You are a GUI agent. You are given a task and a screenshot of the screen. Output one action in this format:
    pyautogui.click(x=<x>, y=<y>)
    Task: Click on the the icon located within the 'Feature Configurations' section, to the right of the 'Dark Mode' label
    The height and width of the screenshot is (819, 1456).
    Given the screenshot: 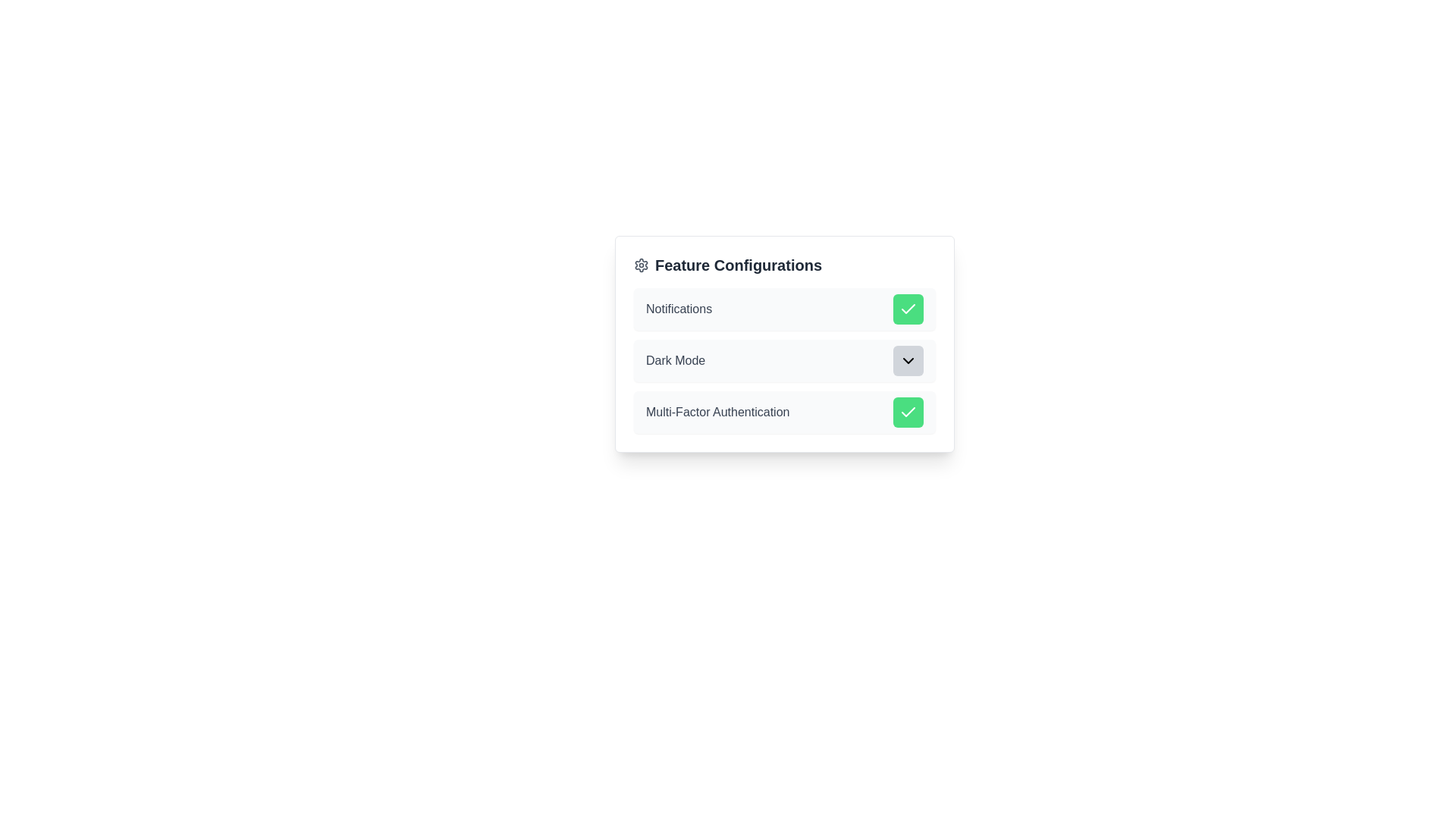 What is the action you would take?
    pyautogui.click(x=908, y=360)
    